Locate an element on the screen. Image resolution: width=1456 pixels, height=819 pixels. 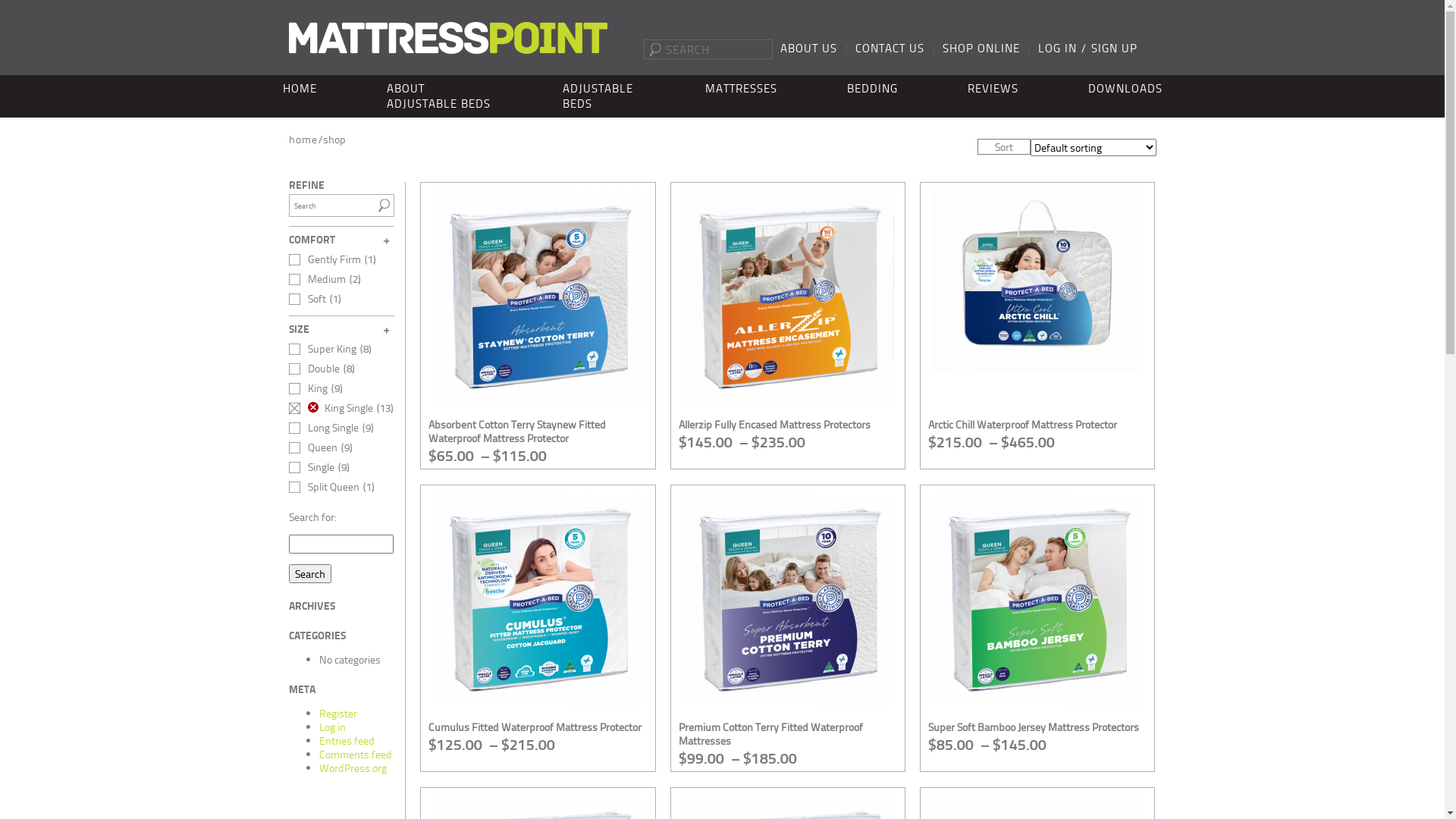
'CONTACT US' is located at coordinates (890, 47).